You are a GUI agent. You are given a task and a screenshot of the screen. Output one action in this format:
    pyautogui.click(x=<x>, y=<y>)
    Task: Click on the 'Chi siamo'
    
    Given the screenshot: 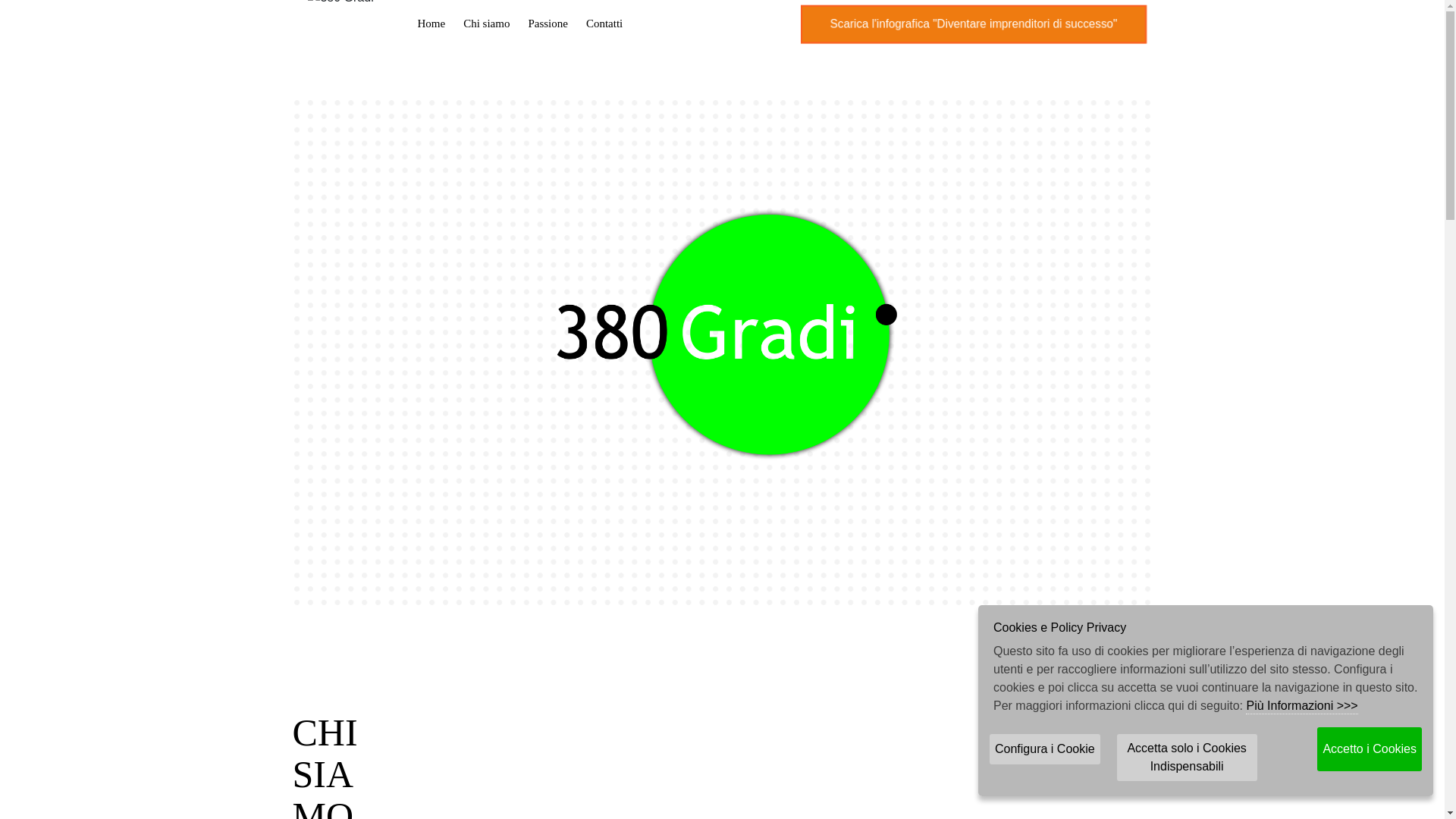 What is the action you would take?
    pyautogui.click(x=486, y=23)
    